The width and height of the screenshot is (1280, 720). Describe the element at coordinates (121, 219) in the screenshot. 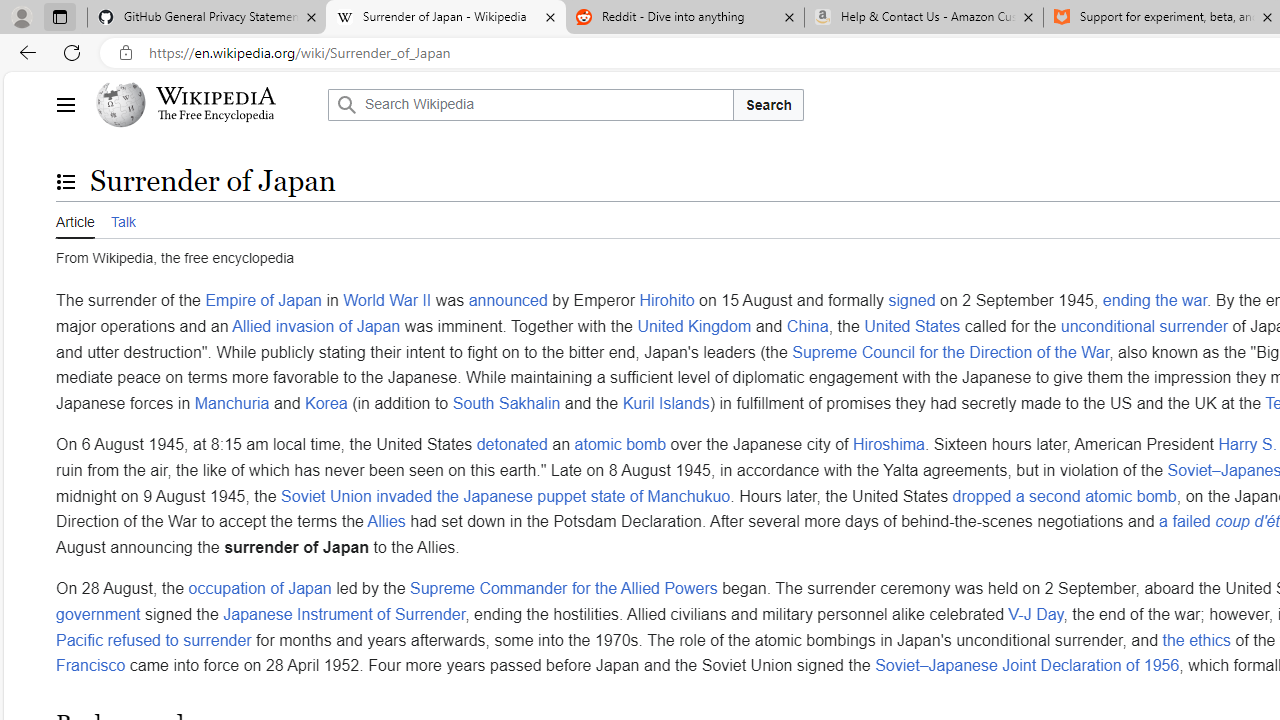

I see `'Talk'` at that location.